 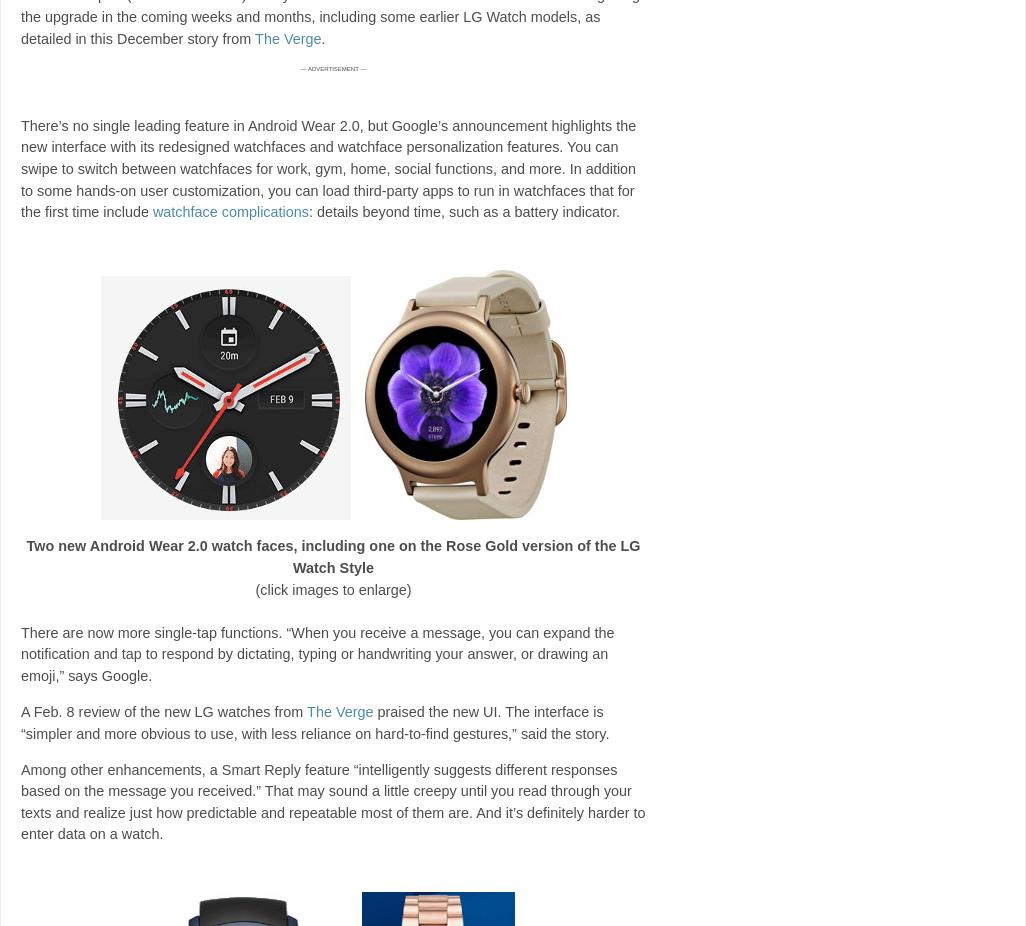 I want to click on 'Among other enhancements, a Smart Reply feature “intelligently suggests different responses based on the message you received.” That may sound a little creepy until you read through your texts and realize just how predictable and repeatable most of them are. And it’s definitely harder to enter data on a watch.', so click(x=333, y=801).